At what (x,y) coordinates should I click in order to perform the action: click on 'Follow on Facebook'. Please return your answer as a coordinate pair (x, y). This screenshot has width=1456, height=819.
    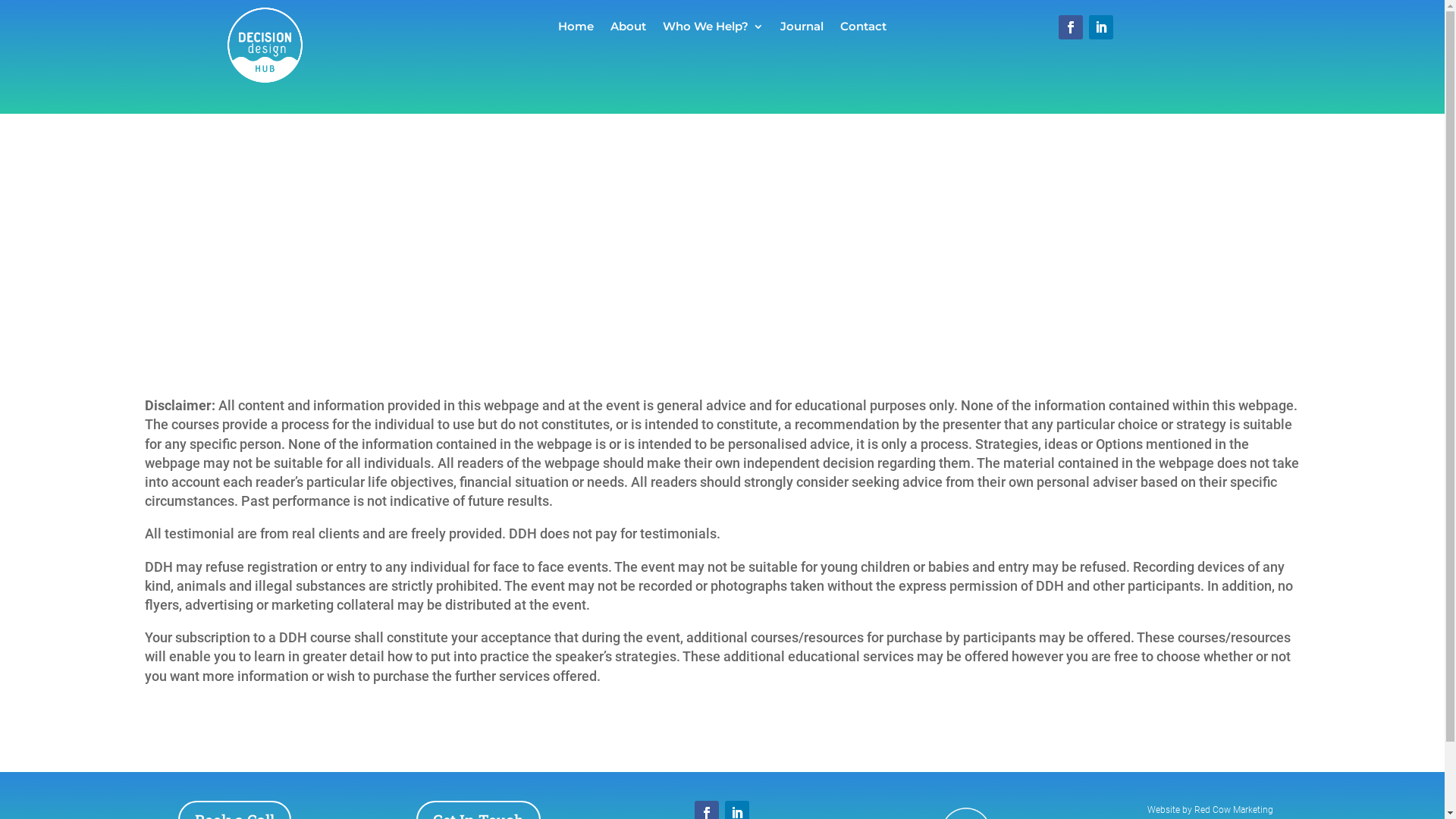
    Looking at the image, I should click on (1058, 27).